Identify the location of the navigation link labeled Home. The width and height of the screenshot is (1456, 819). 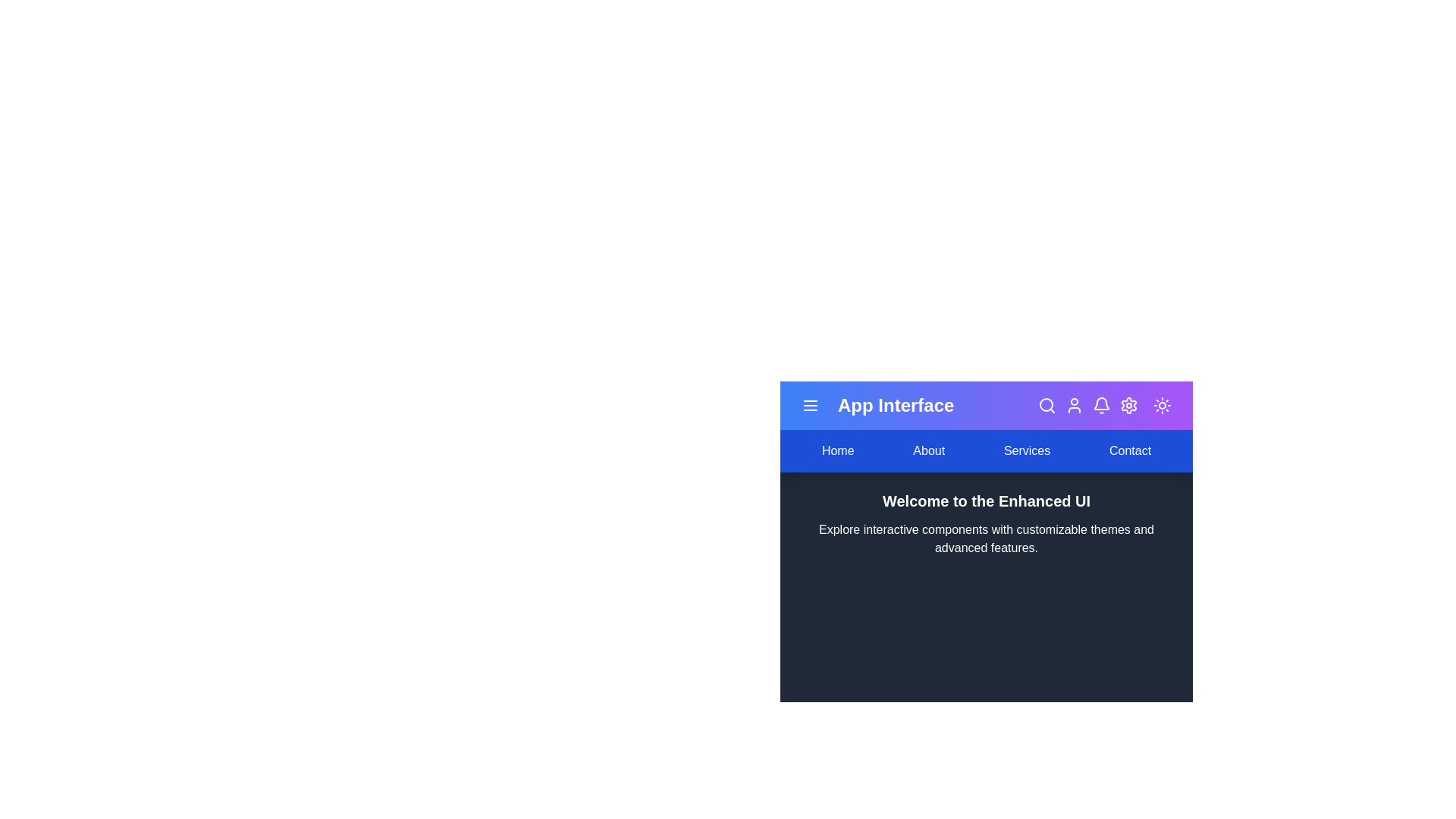
(836, 450).